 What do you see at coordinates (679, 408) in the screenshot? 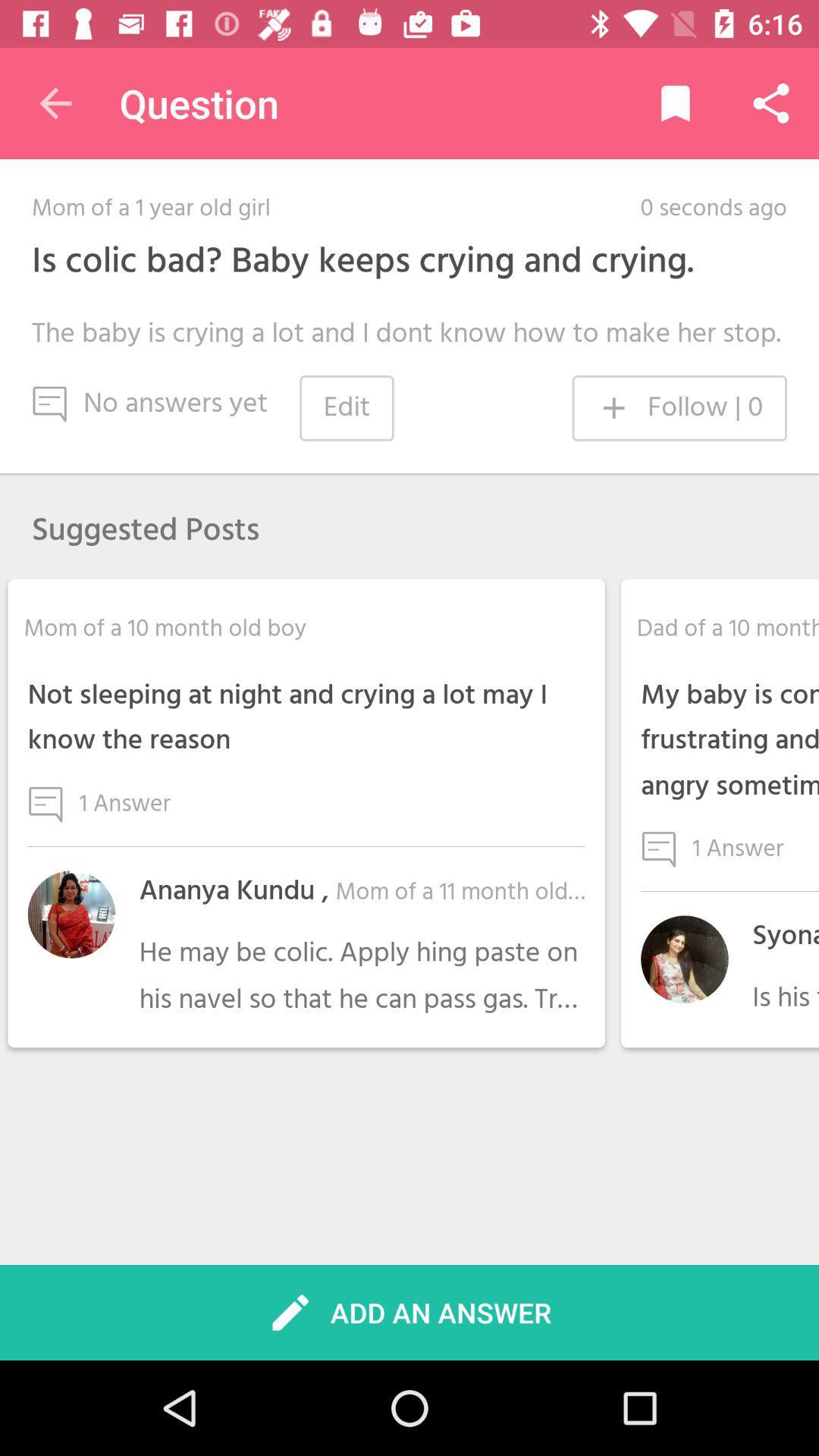
I see `item below the the baby is icon` at bounding box center [679, 408].